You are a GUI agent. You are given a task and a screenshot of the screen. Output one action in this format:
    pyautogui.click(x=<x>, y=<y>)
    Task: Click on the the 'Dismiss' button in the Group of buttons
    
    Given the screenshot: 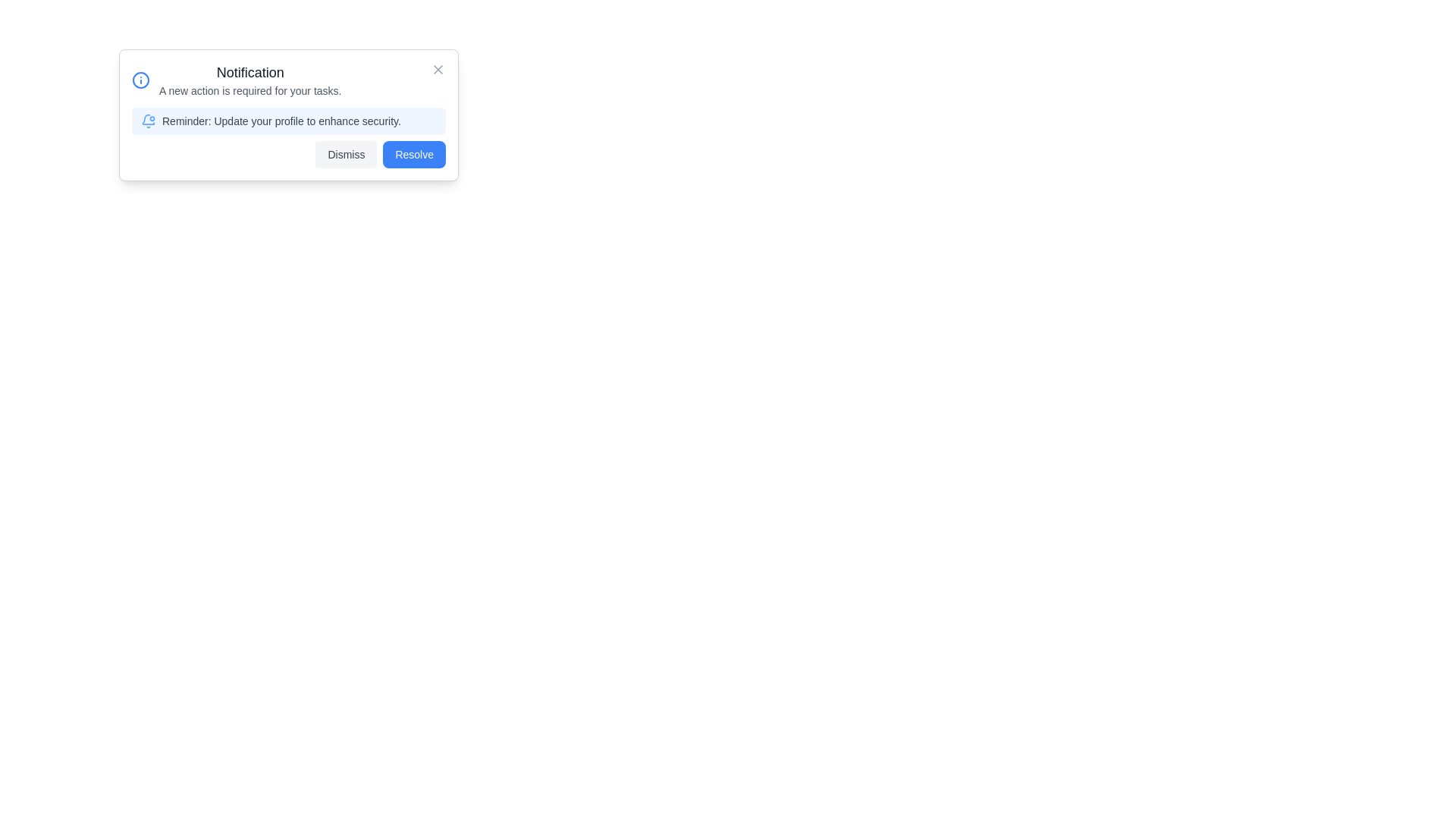 What is the action you would take?
    pyautogui.click(x=288, y=155)
    